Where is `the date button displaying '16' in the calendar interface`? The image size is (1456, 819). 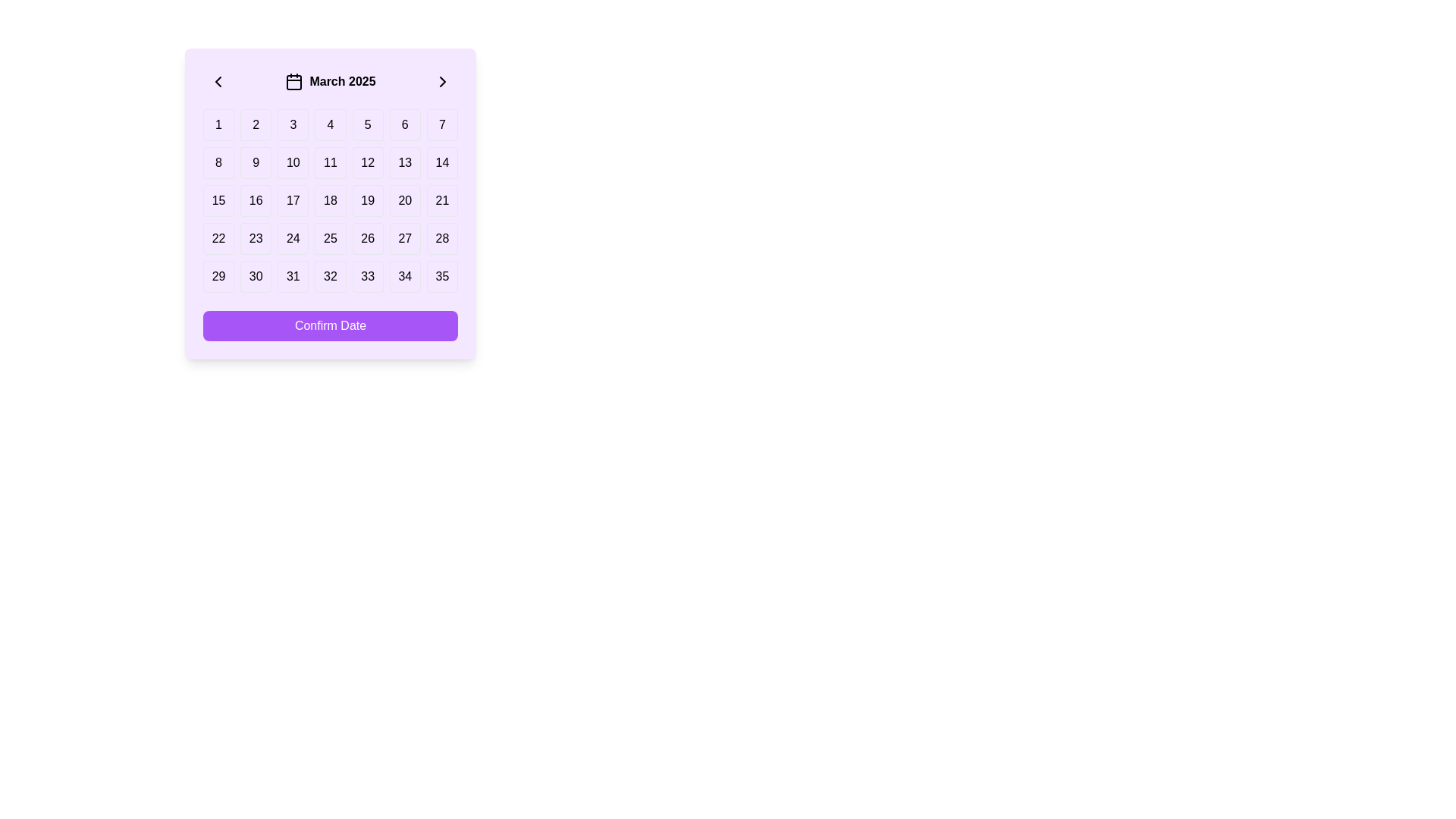
the date button displaying '16' in the calendar interface is located at coordinates (256, 200).